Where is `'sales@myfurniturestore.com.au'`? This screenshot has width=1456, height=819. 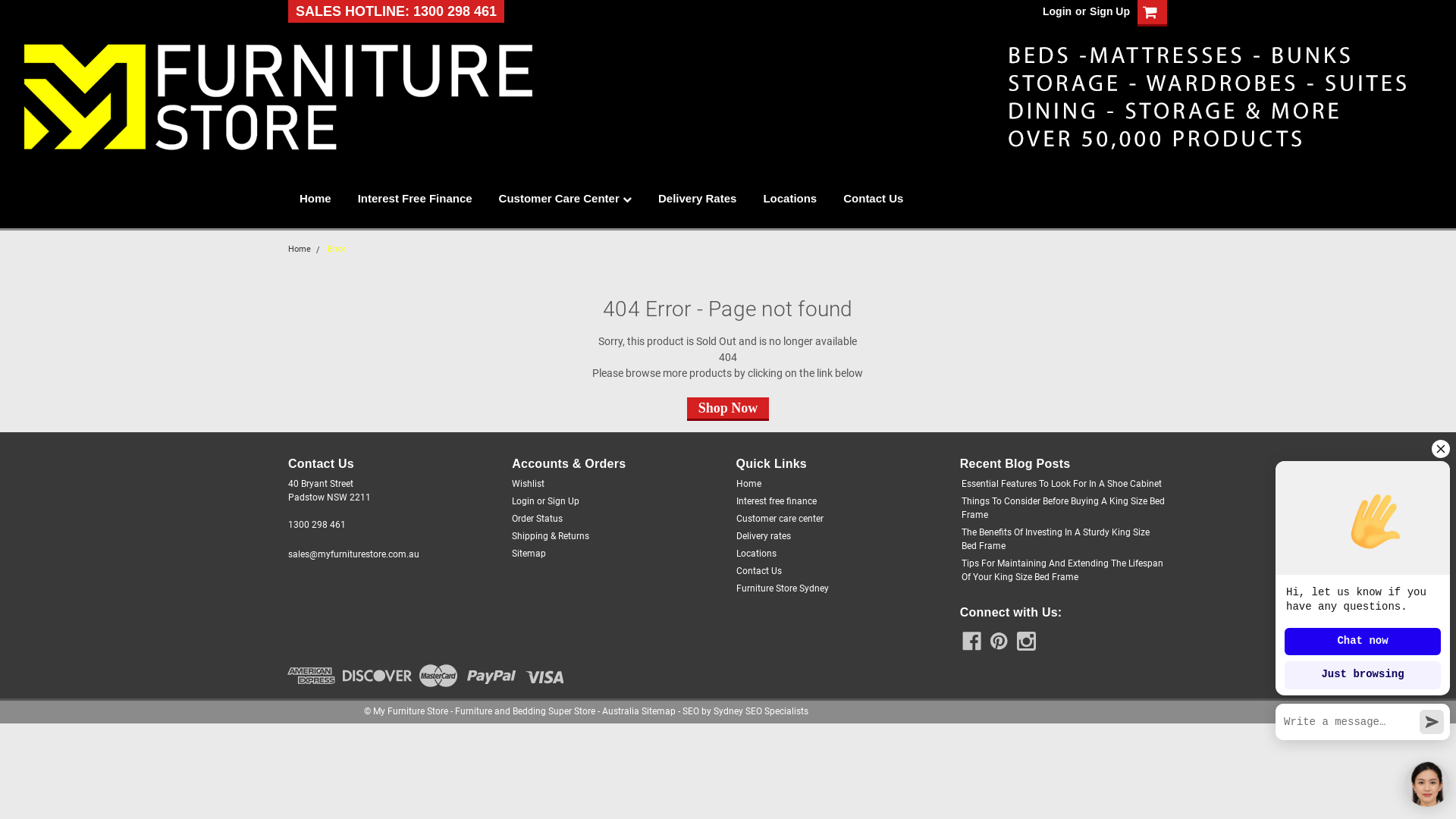 'sales@myfurniturestore.com.au' is located at coordinates (353, 554).